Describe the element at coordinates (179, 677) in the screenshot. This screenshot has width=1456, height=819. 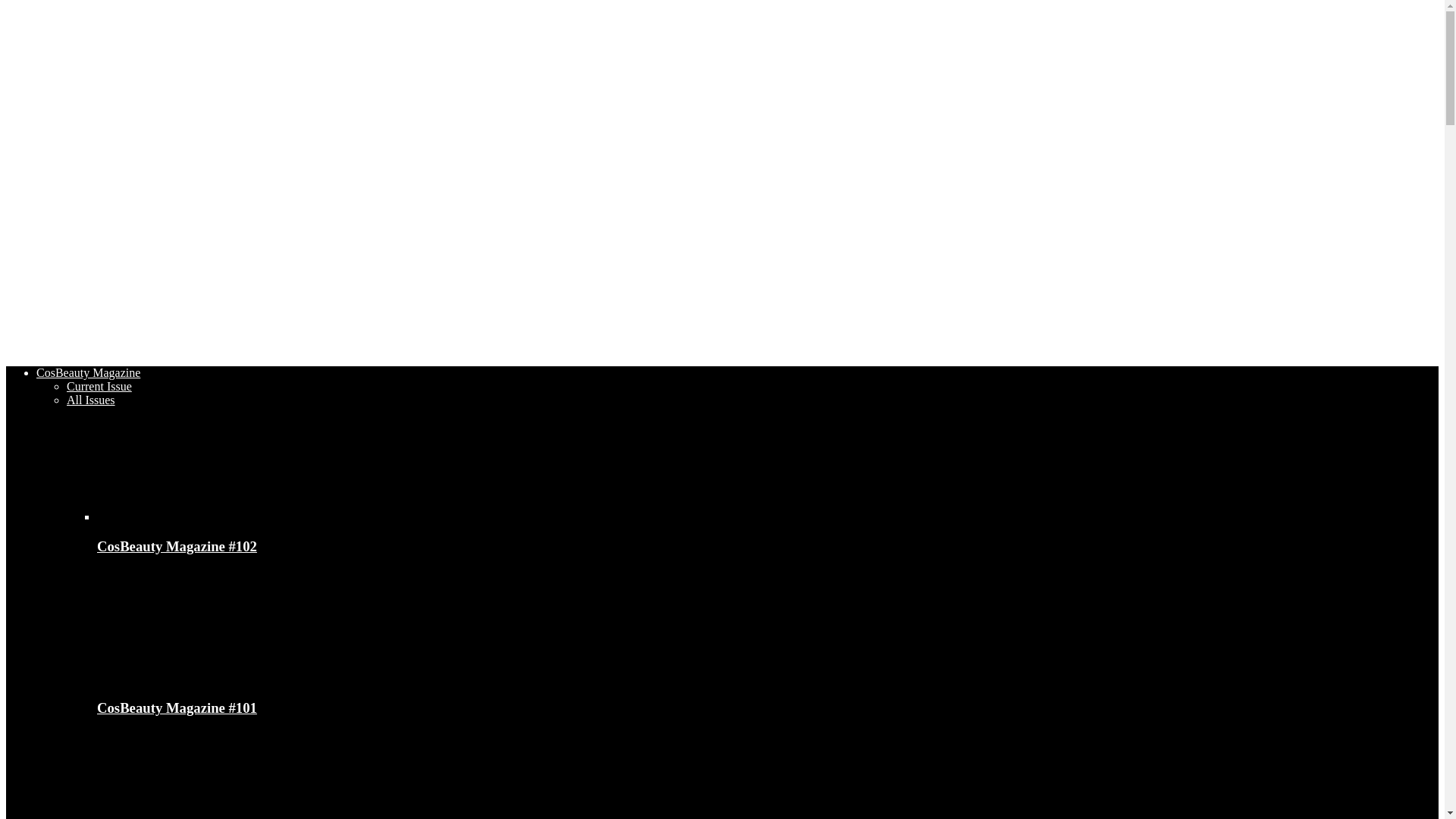
I see `'CosBeauty Magazine #101'` at that location.